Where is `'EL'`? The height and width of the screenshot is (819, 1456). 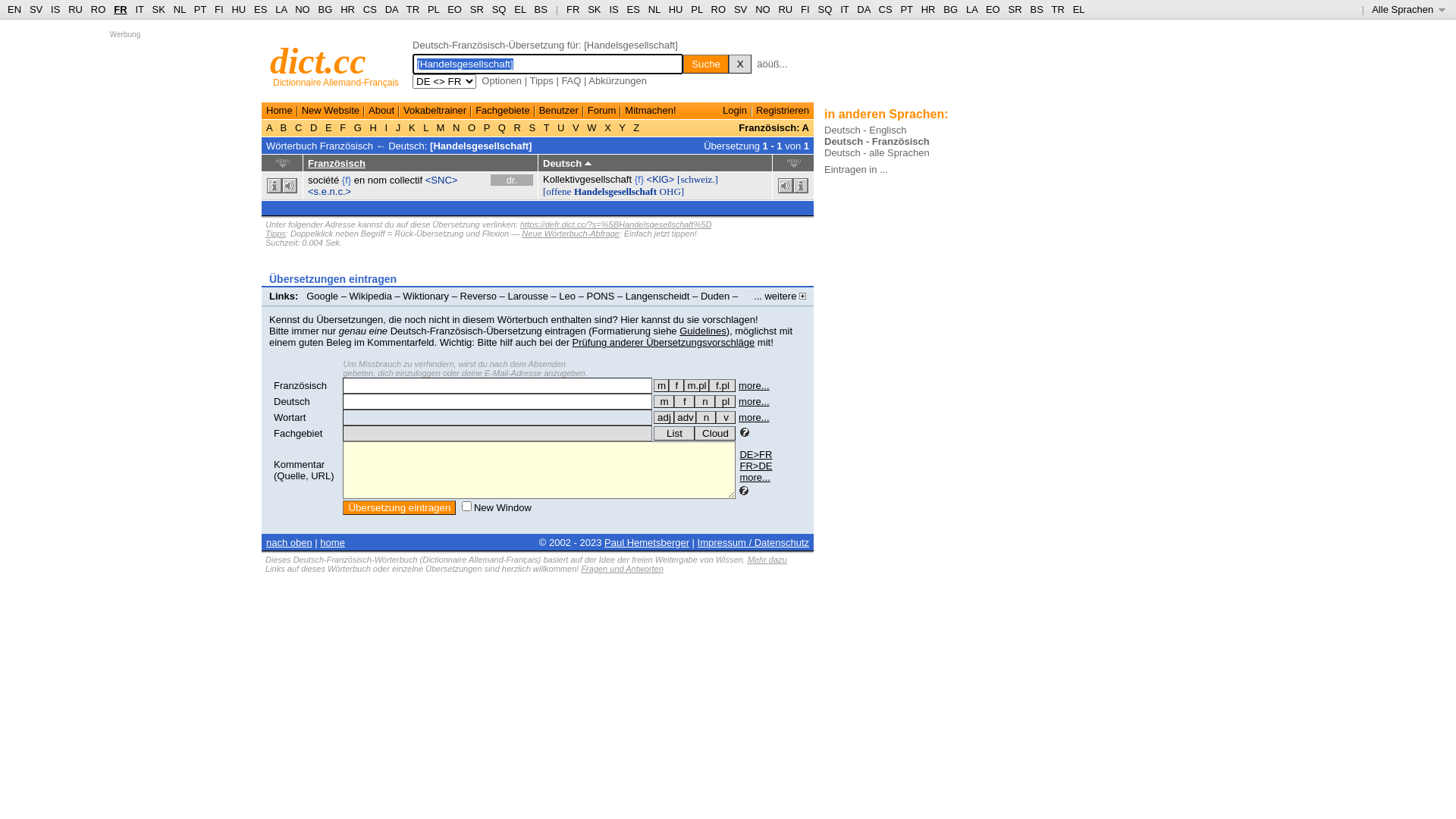 'EL' is located at coordinates (519, 9).